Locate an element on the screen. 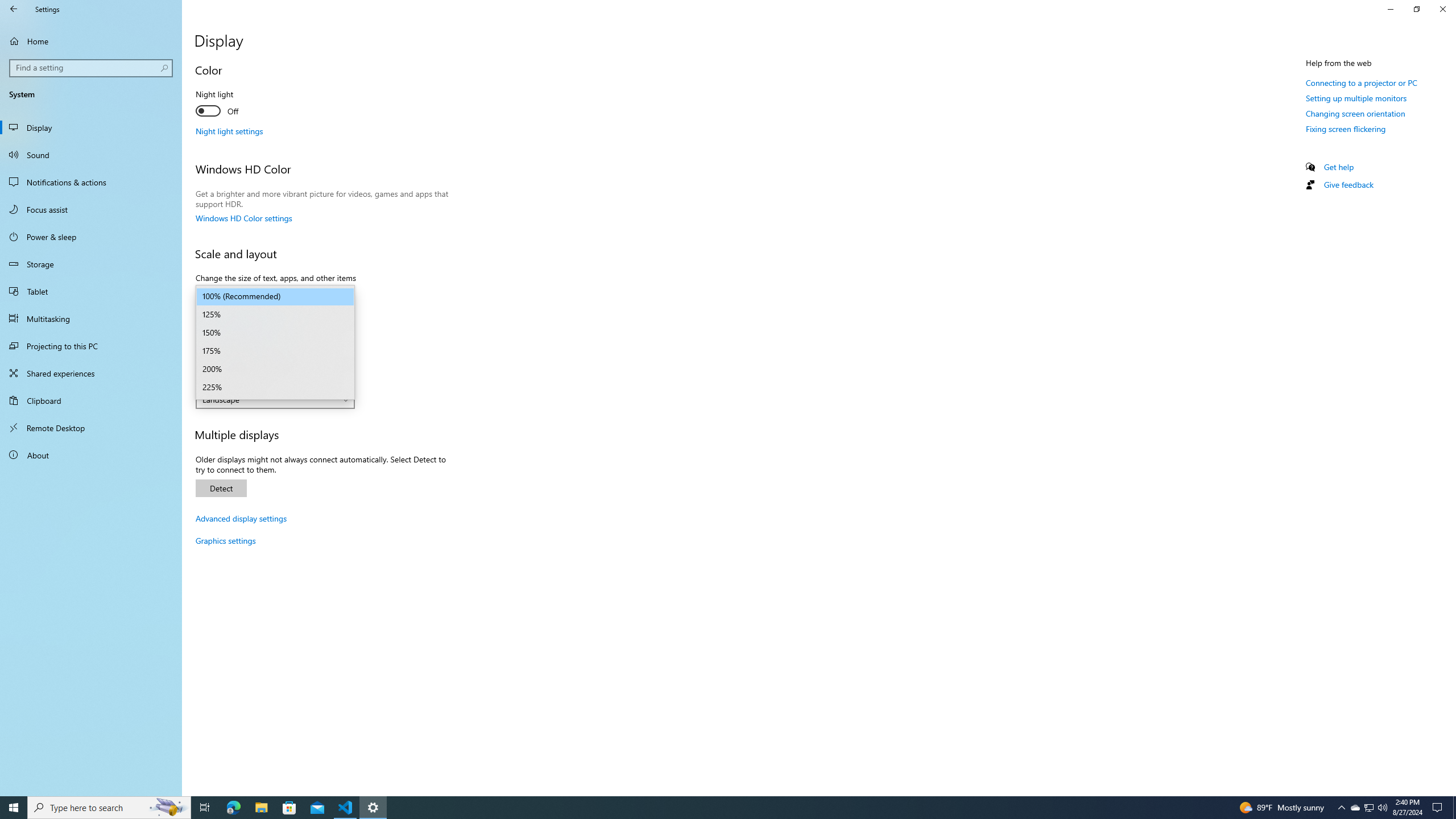 Image resolution: width=1456 pixels, height=819 pixels. 'Give feedback' is located at coordinates (1347, 184).